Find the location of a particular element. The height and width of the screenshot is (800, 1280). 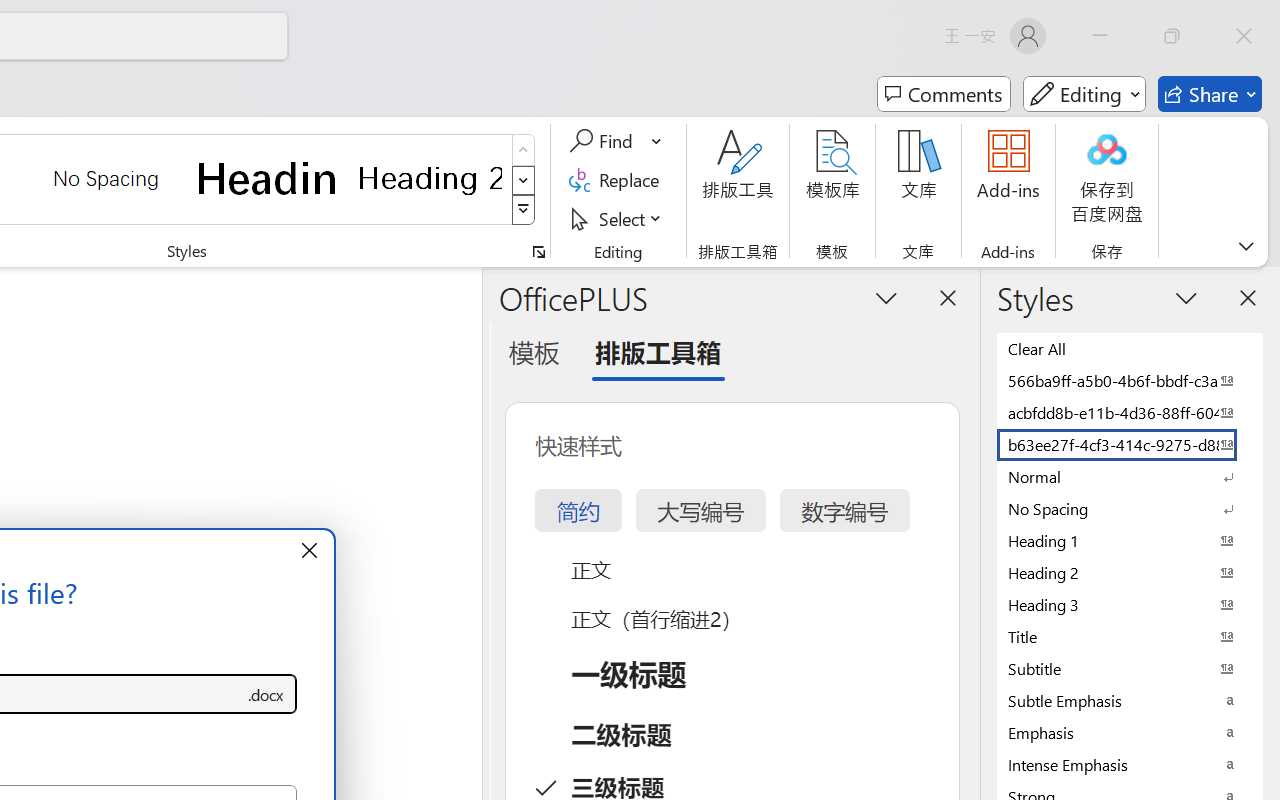

'Save as type' is located at coordinates (264, 694).